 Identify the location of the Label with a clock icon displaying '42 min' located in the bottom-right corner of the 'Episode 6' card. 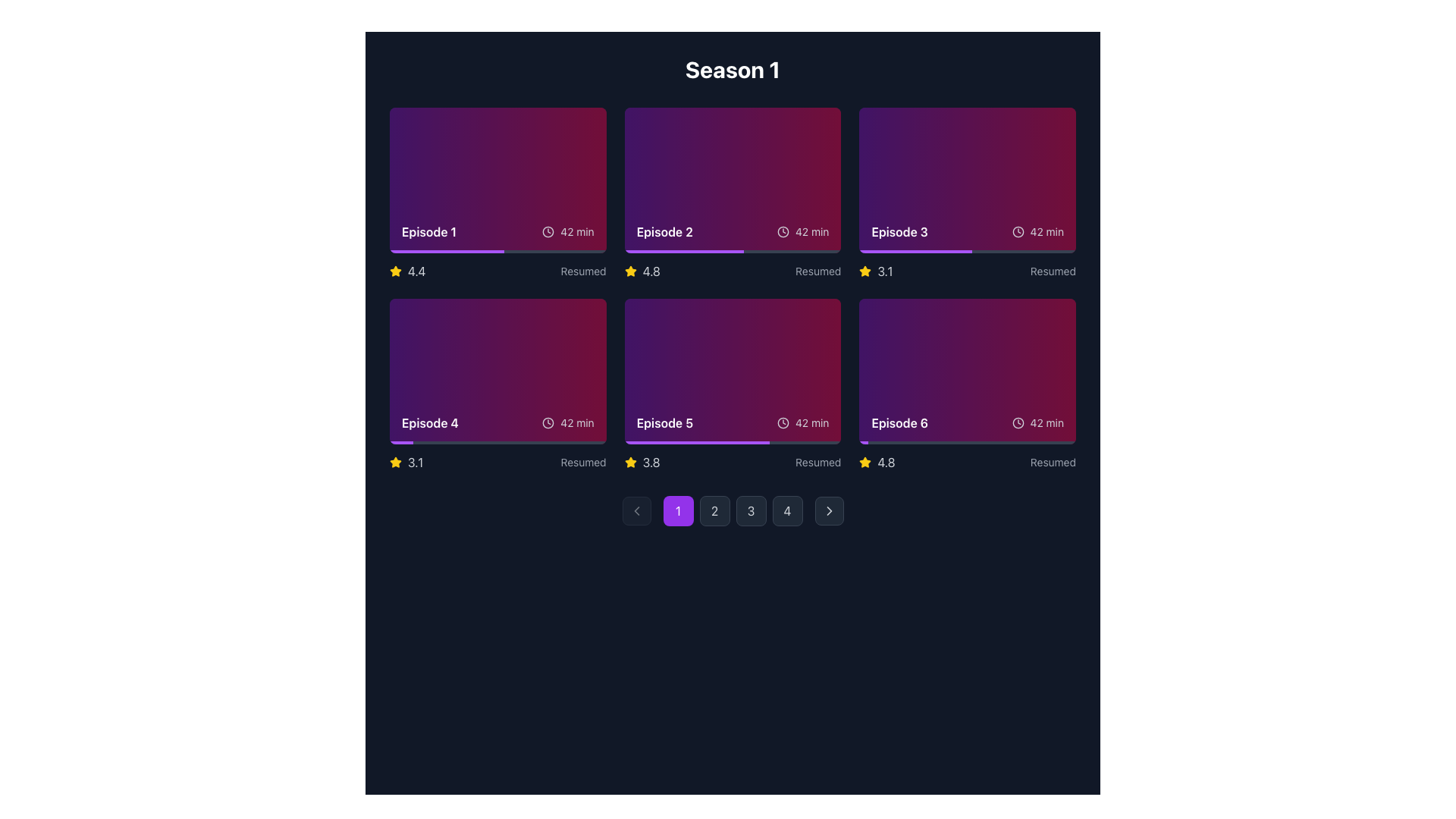
(1037, 423).